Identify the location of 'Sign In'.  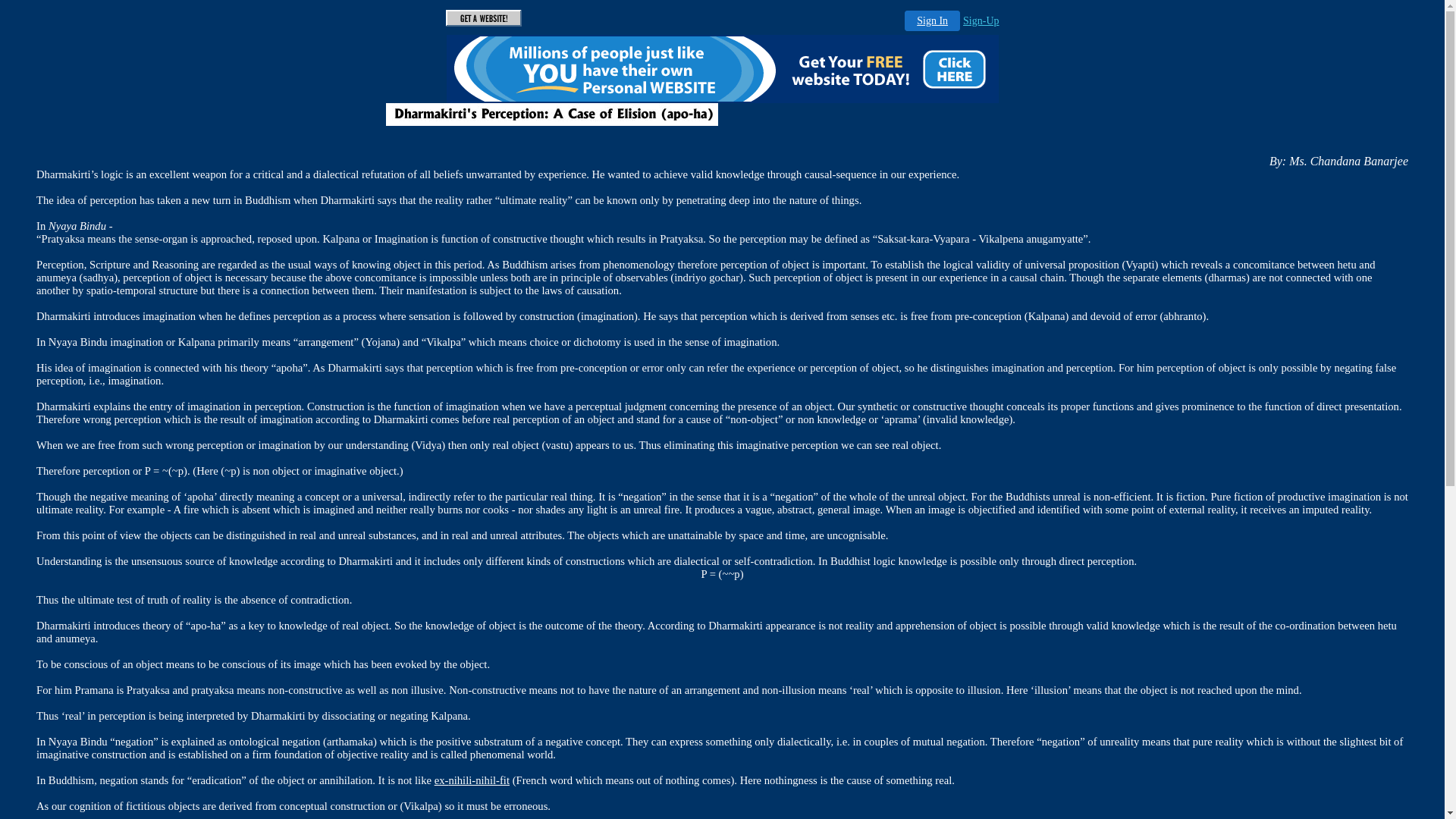
(931, 20).